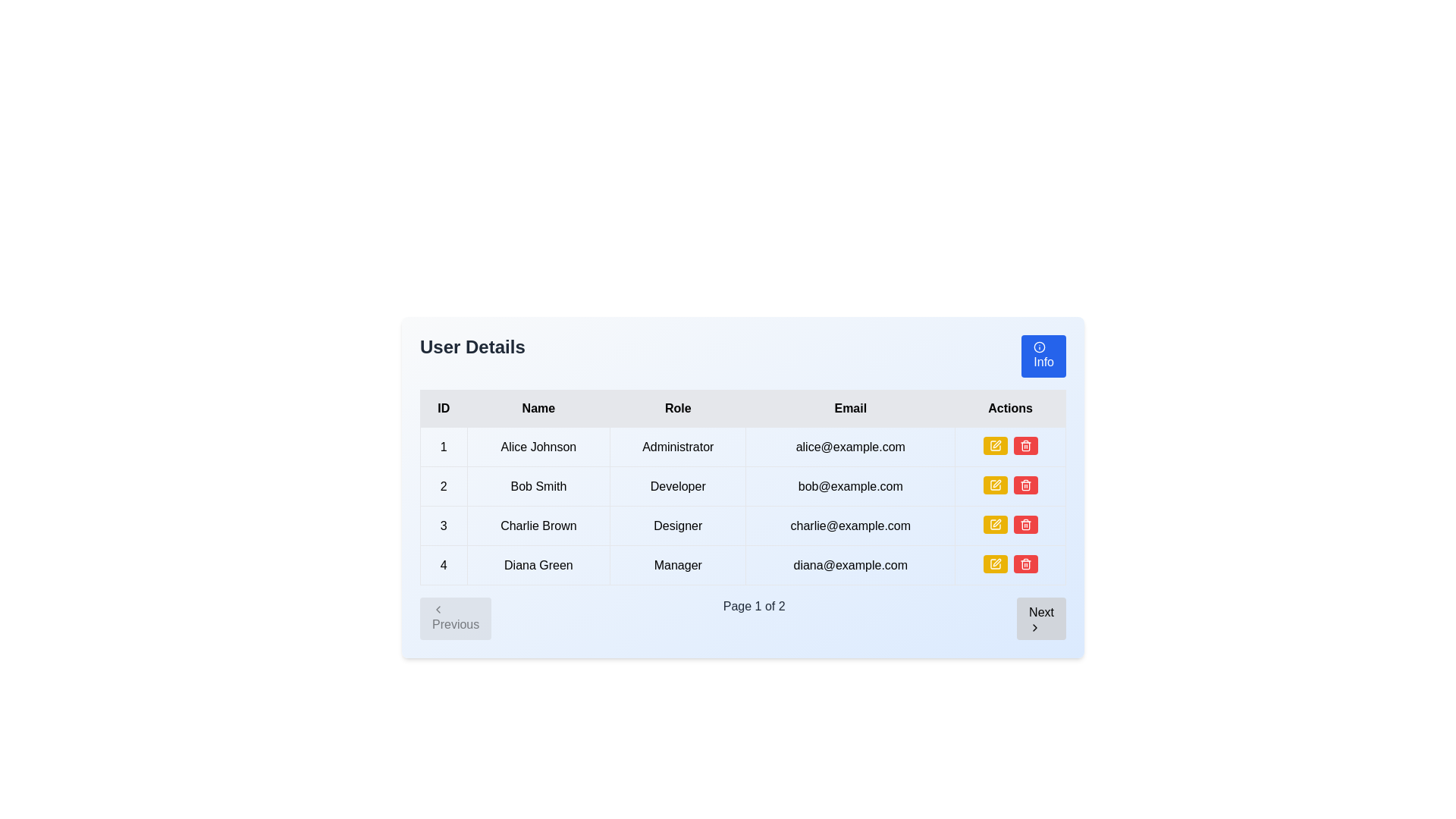  Describe the element at coordinates (995, 485) in the screenshot. I see `the Edit Button icon, which is a square outline with a pen, located in the Actions column for the row of 'Alice Johnson'` at that location.